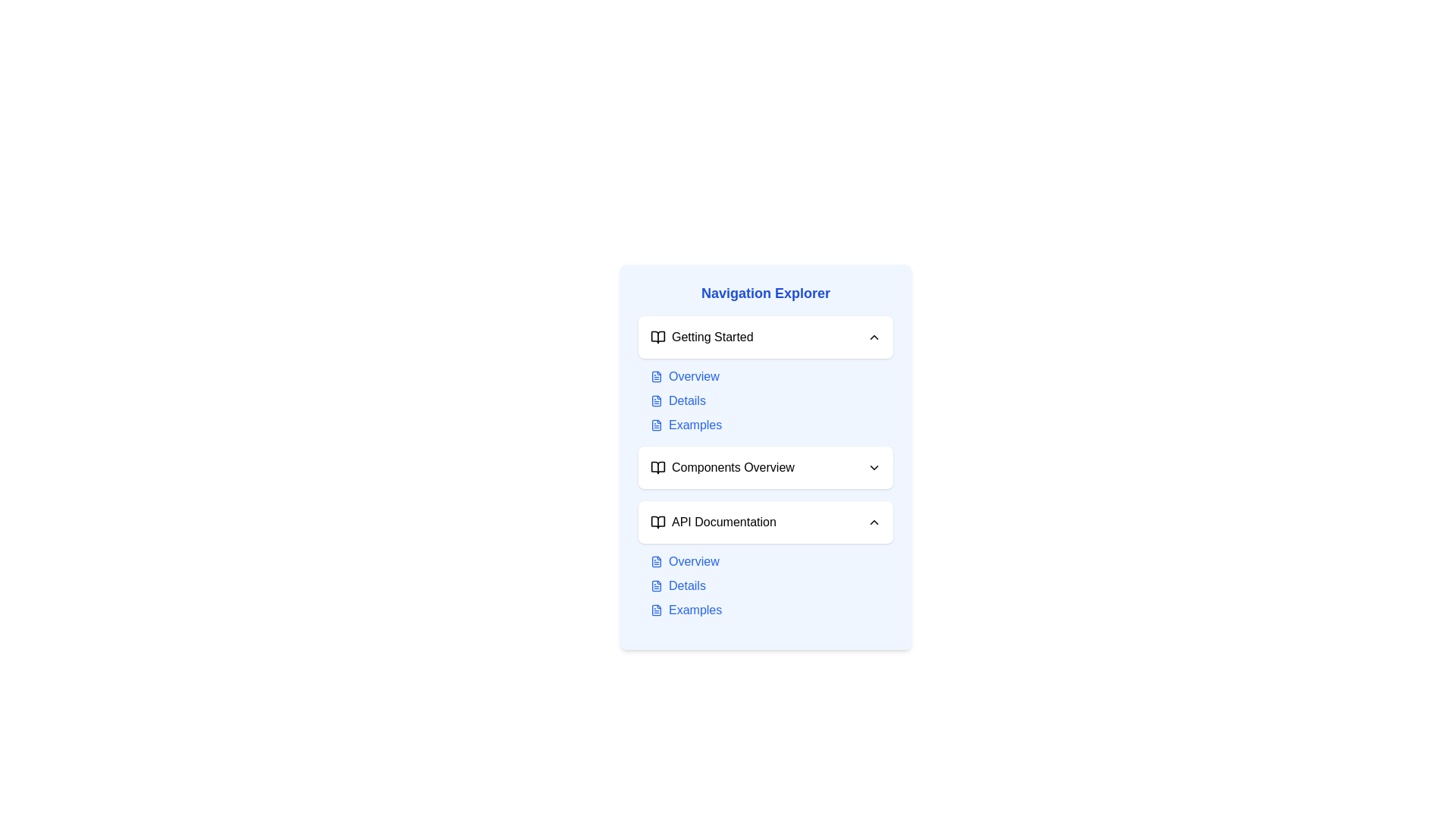  I want to click on the collapsible header labeled 'API Documentation' for navigation by moving the cursor to its center point, so click(765, 522).